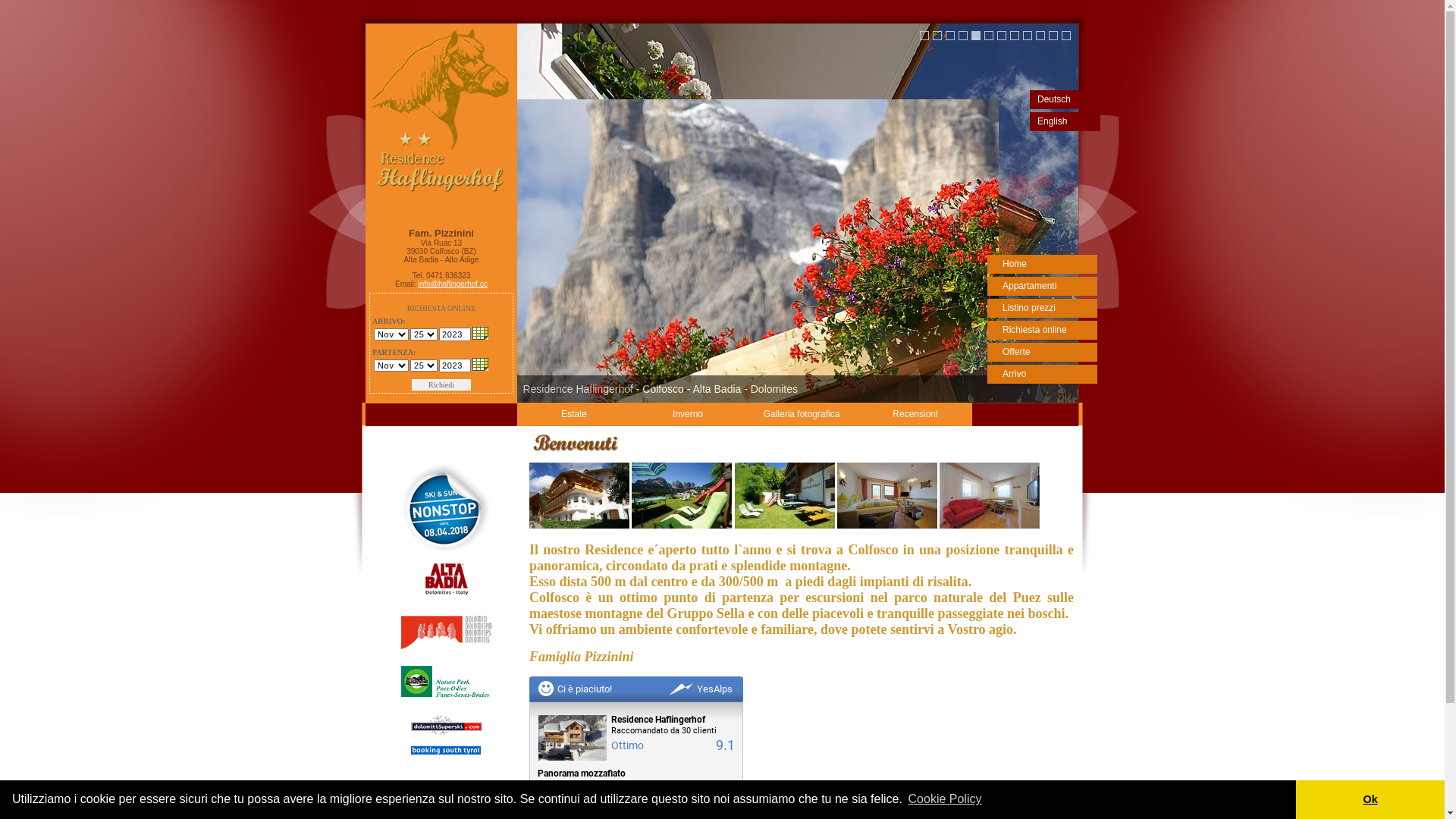 The image size is (1456, 819). Describe the element at coordinates (454, 366) in the screenshot. I see `'Year'` at that location.